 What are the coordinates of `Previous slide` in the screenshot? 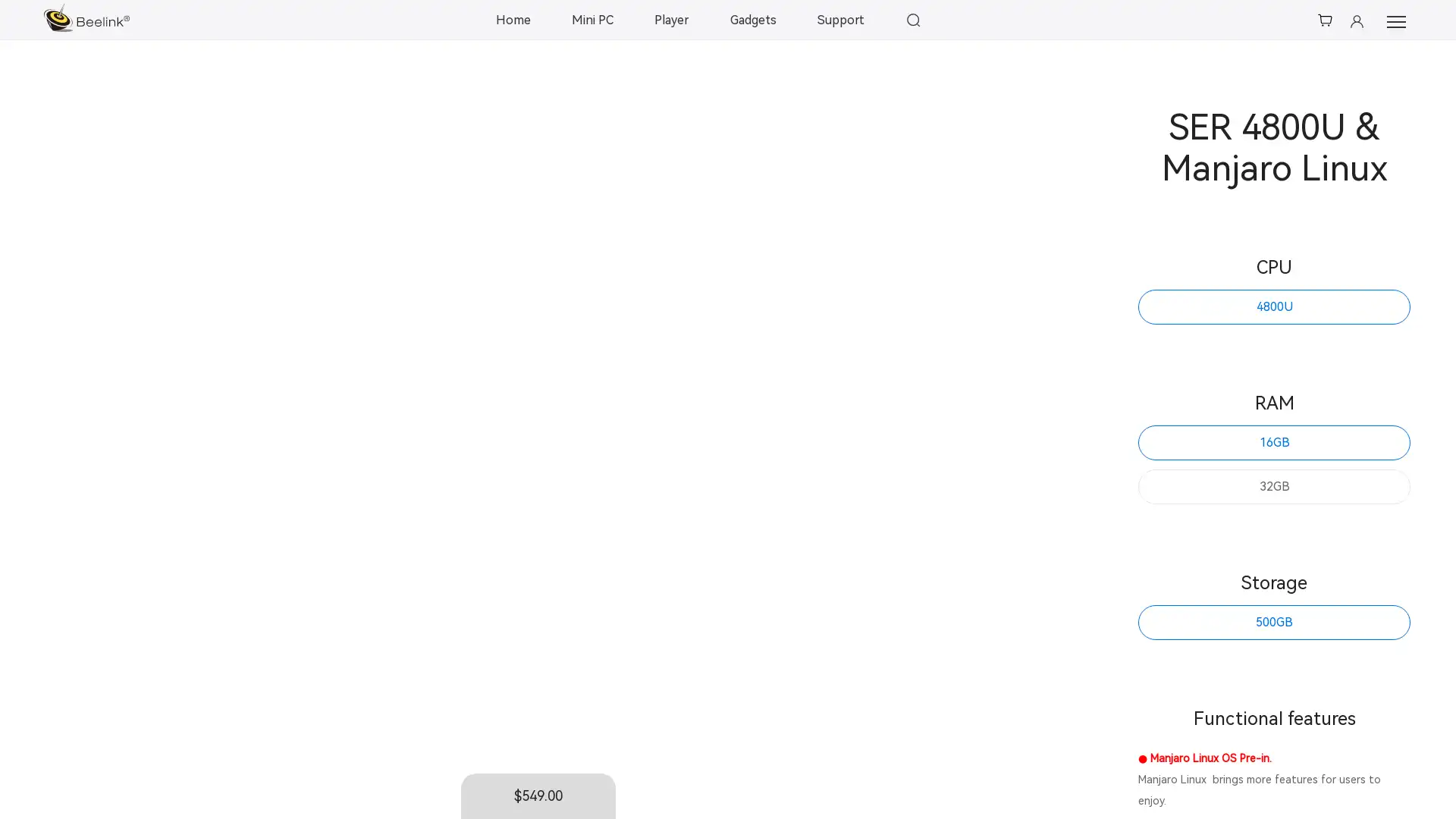 It's located at (68, 447).